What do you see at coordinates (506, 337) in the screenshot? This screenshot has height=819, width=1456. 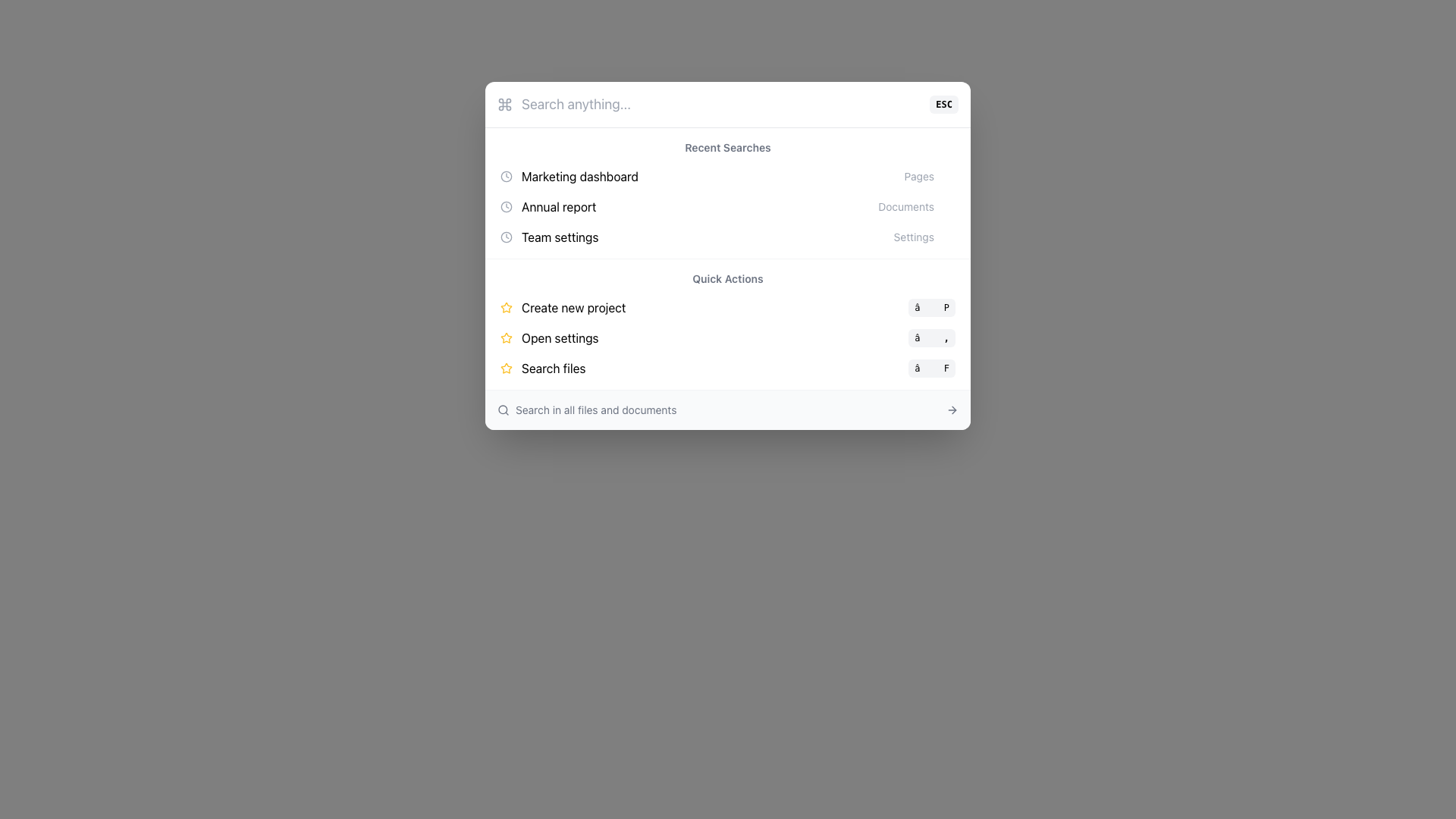 I see `the first icon in the 'Quick Actions' section, which is a yellow star icon labeled 'Create new project'` at bounding box center [506, 337].